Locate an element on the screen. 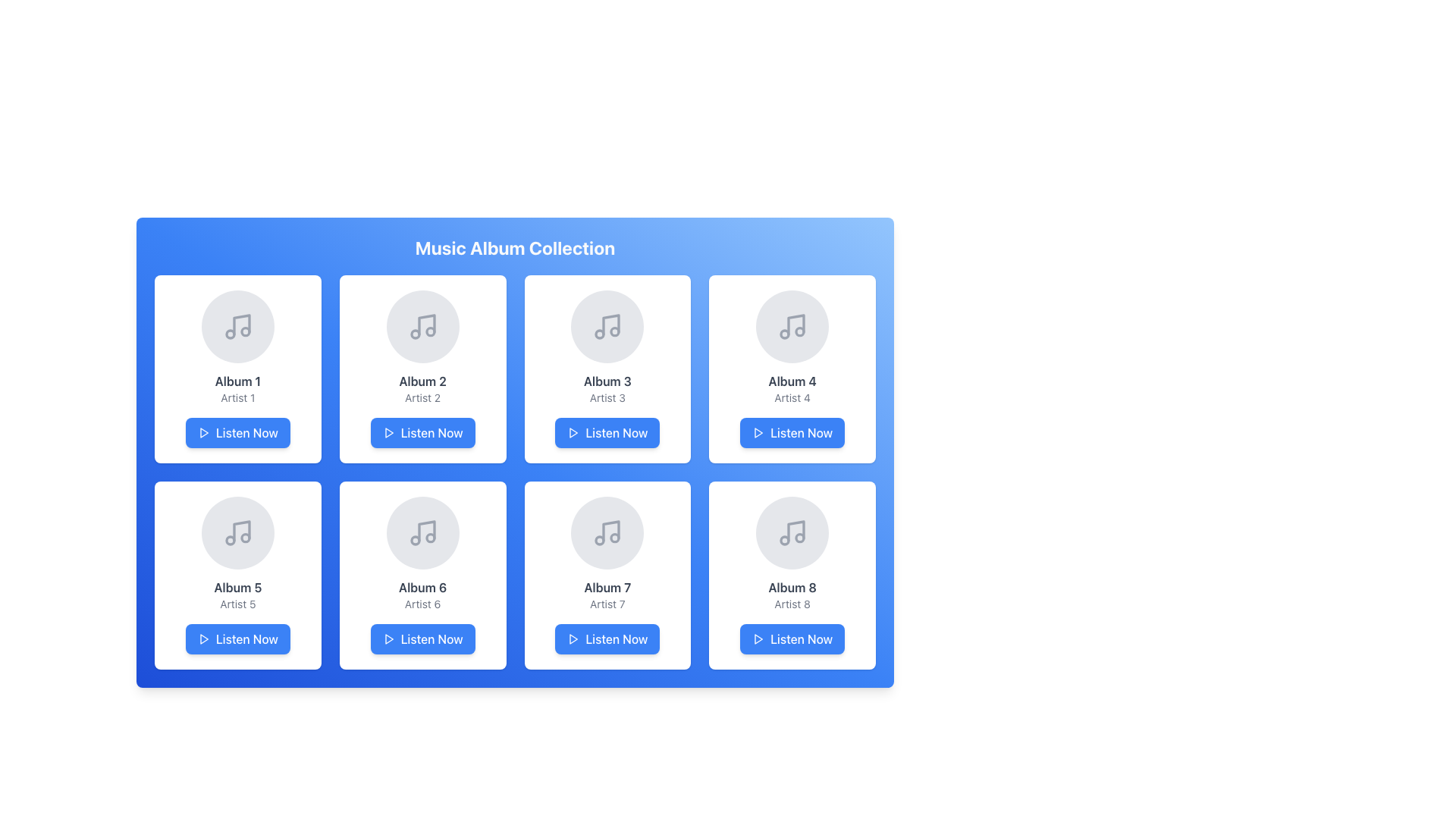 The height and width of the screenshot is (819, 1456). the circular icon representing the music album located at the top-center of the card labeled 'Album 4' and 'Artist 4' is located at coordinates (792, 326).